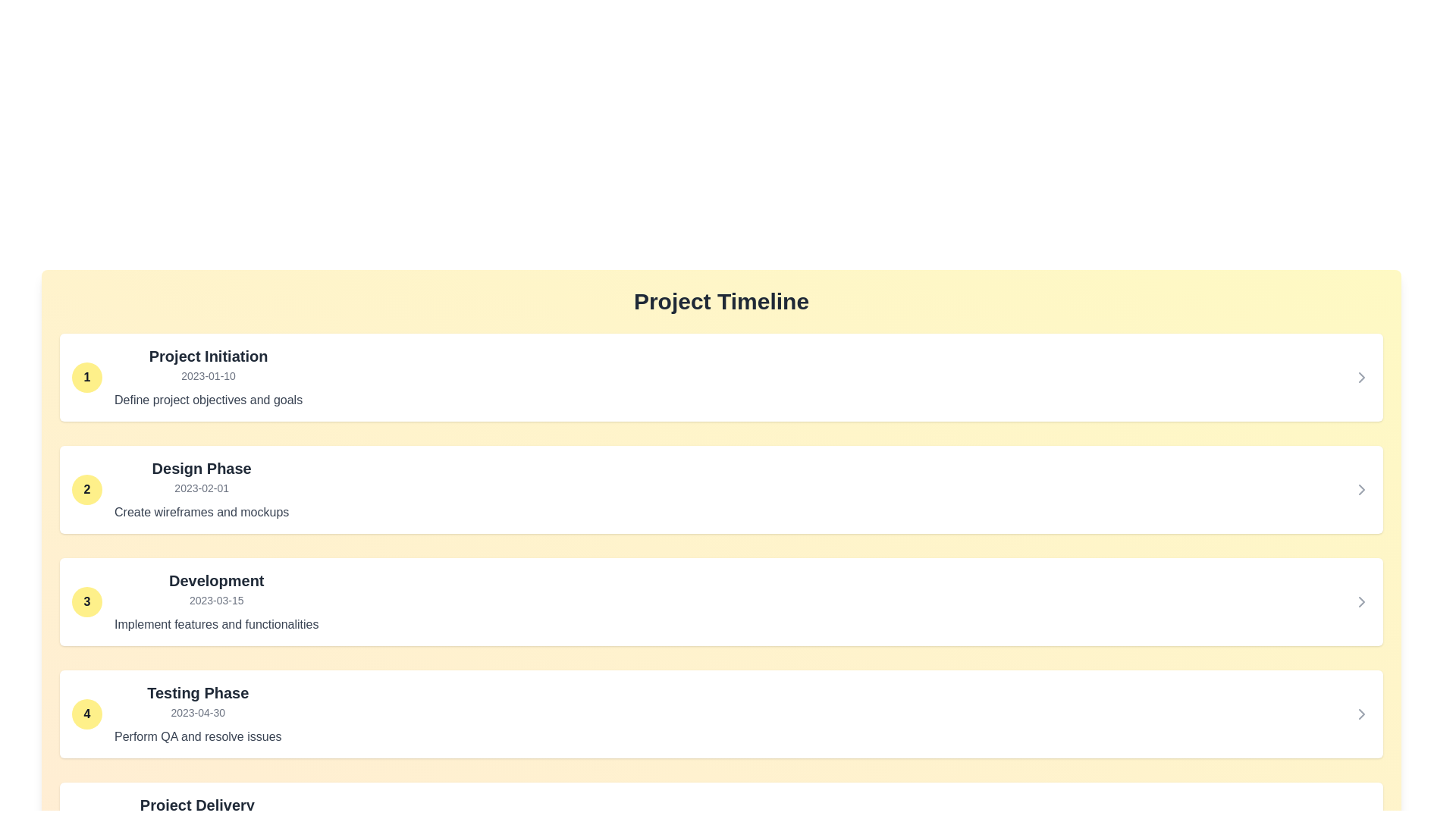 Image resolution: width=1456 pixels, height=819 pixels. Describe the element at coordinates (197, 736) in the screenshot. I see `the text label displaying 'Perform QA and resolve issues' located beneath the date label in the 'Testing Phase' block` at that location.